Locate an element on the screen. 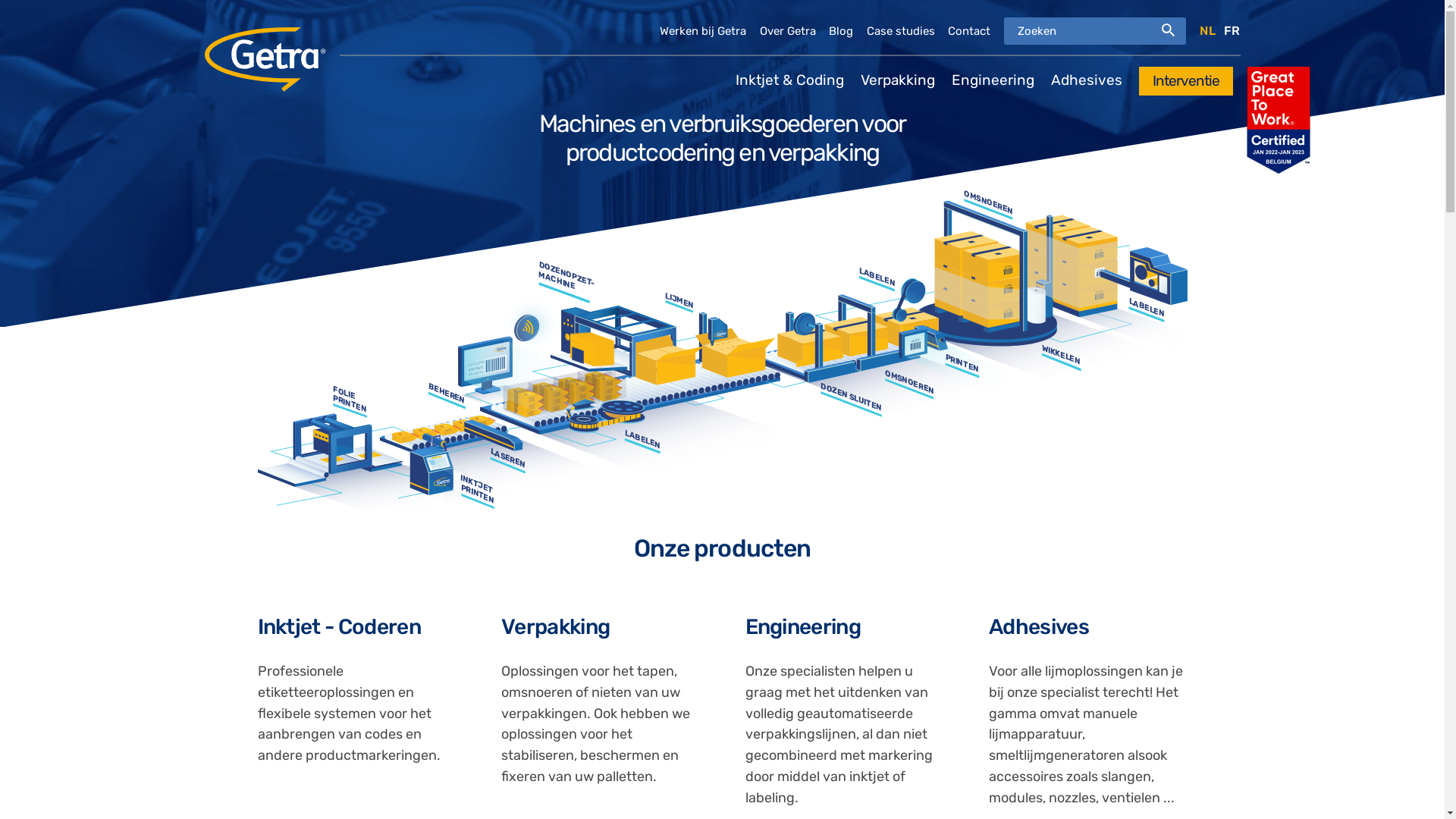  'Verpakking' is located at coordinates (554, 626).